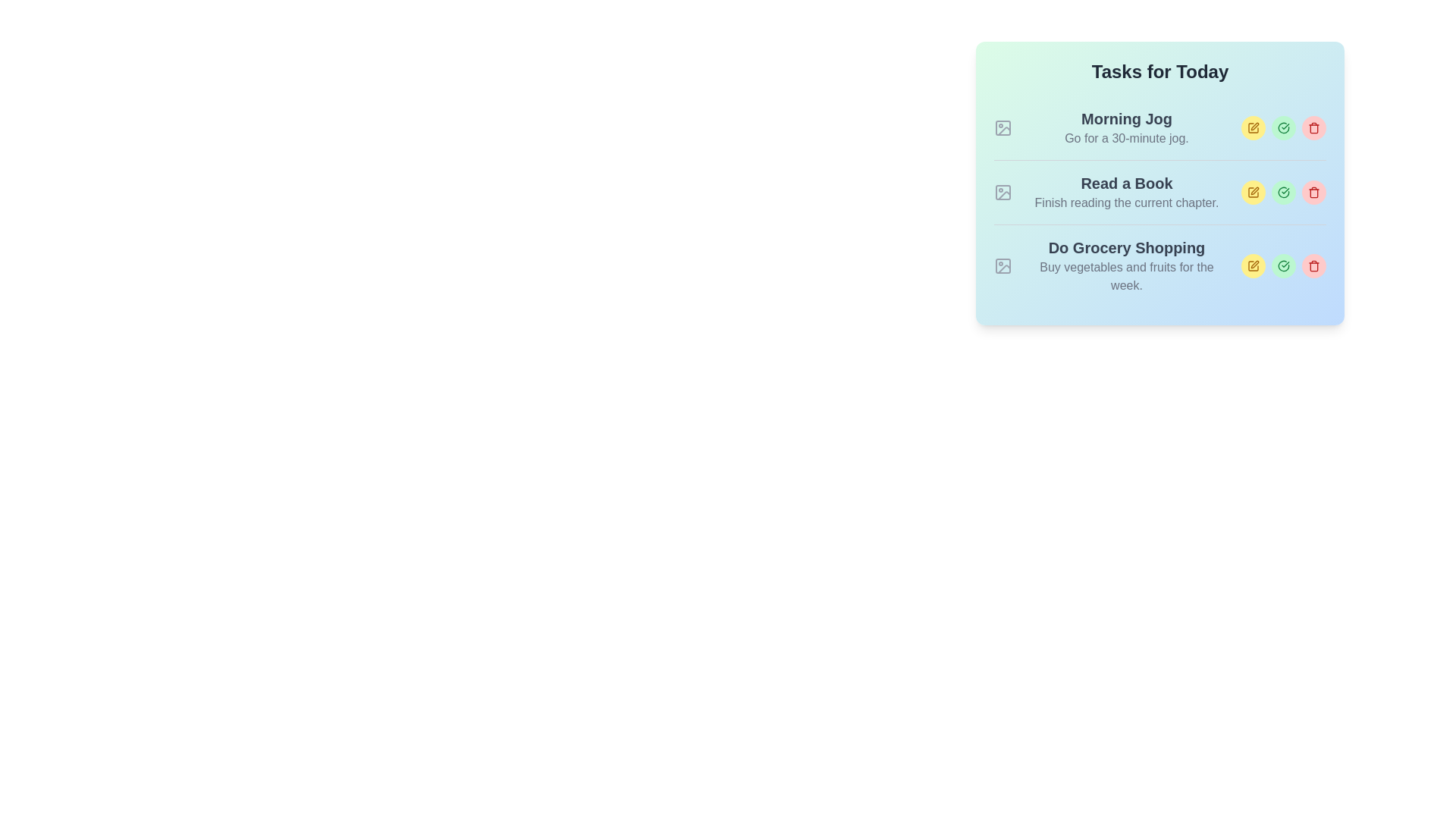  I want to click on the first edit button for the 'Morning Jog' task, so click(1253, 127).